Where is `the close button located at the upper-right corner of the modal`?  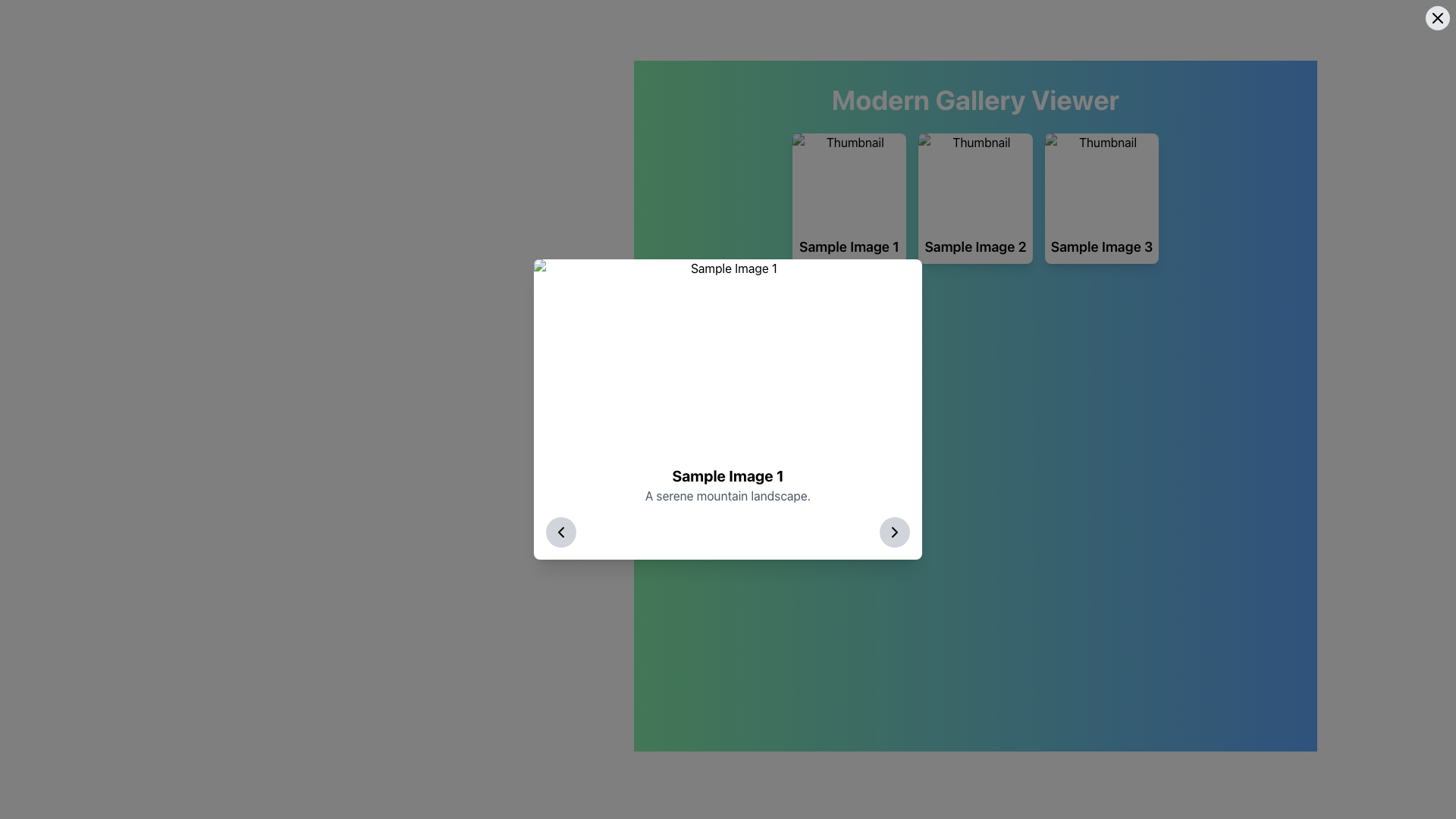
the close button located at the upper-right corner of the modal is located at coordinates (1437, 17).